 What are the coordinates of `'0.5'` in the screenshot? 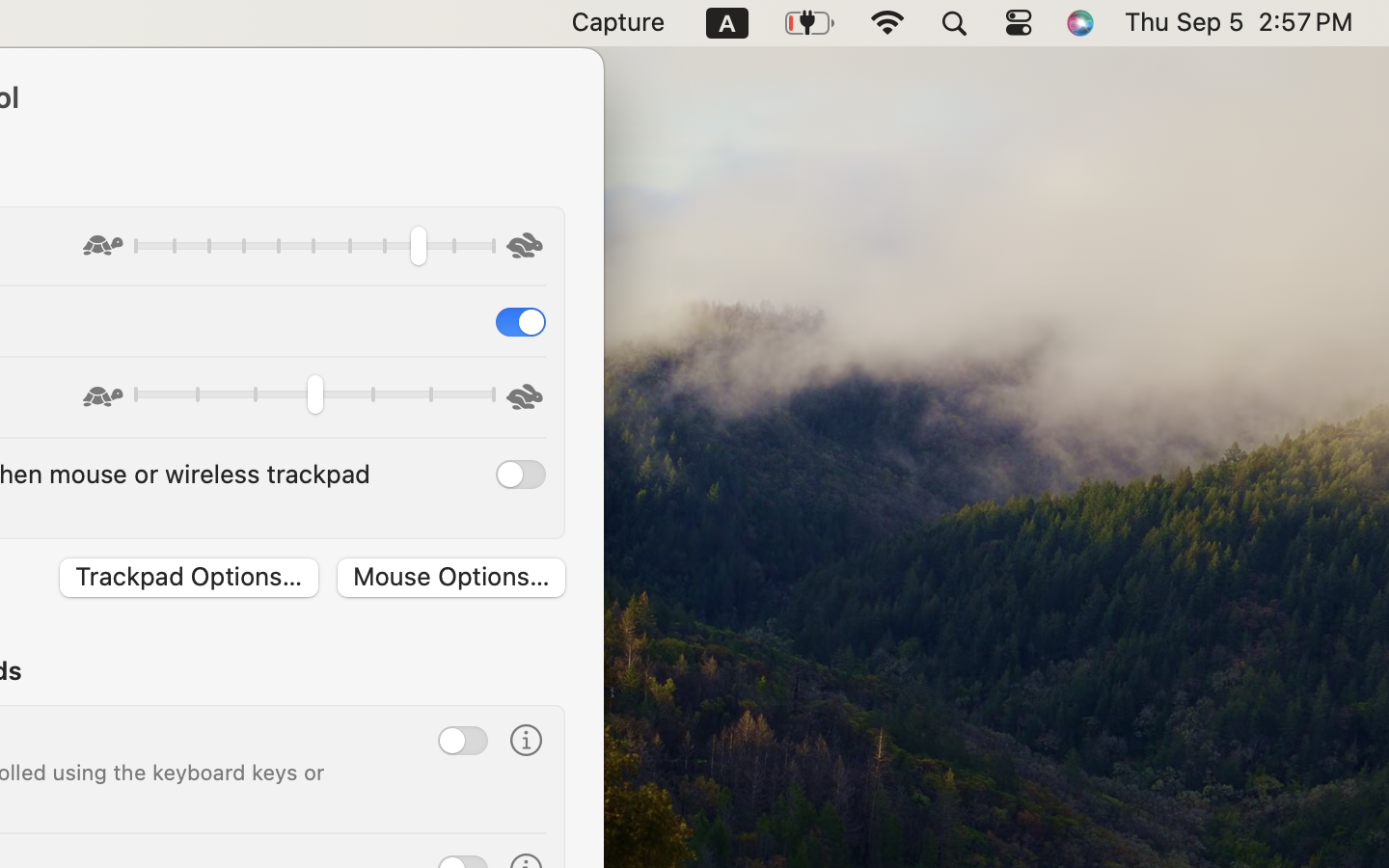 It's located at (313, 397).